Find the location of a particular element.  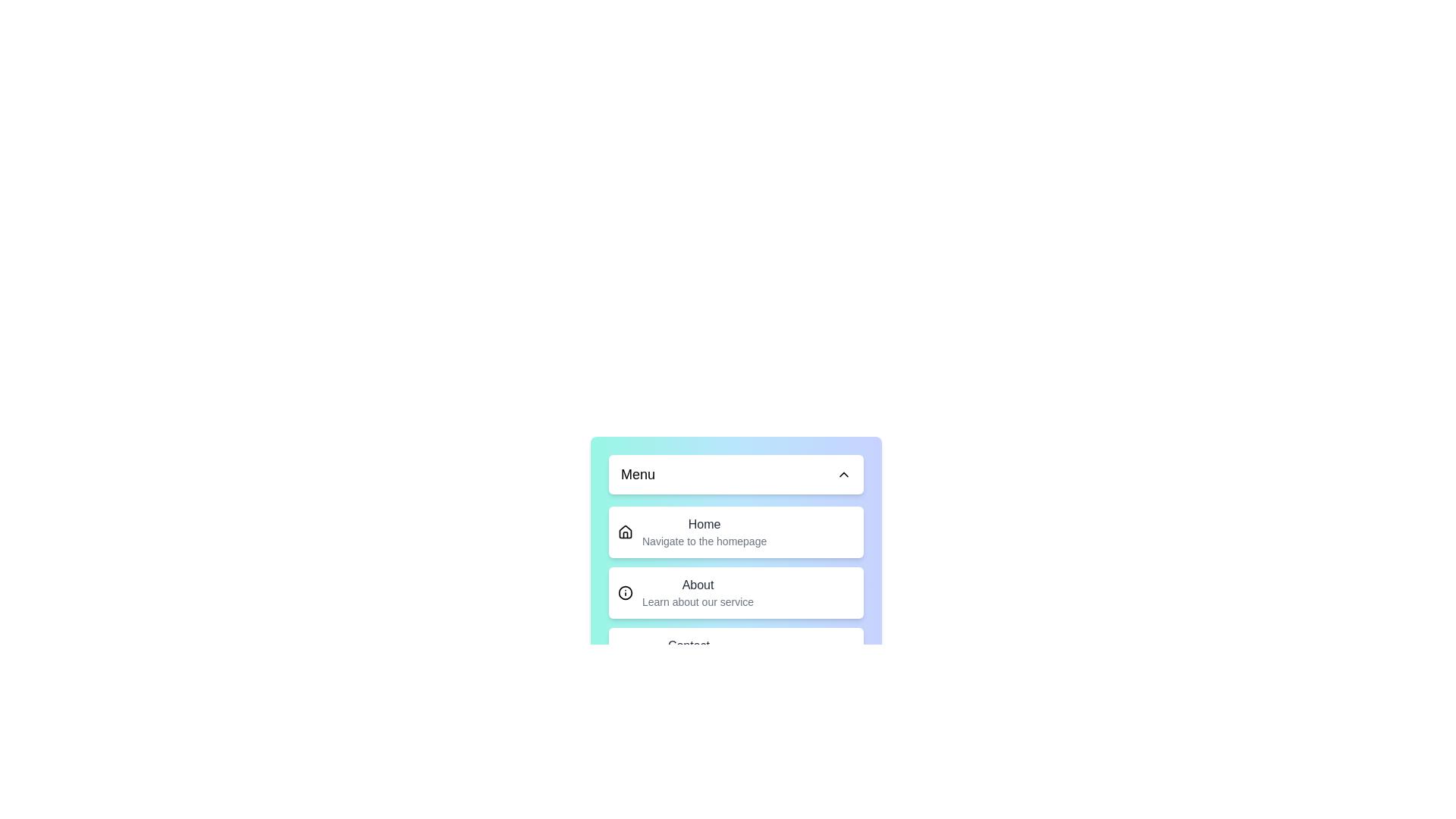

the menu item About to navigate is located at coordinates (736, 592).